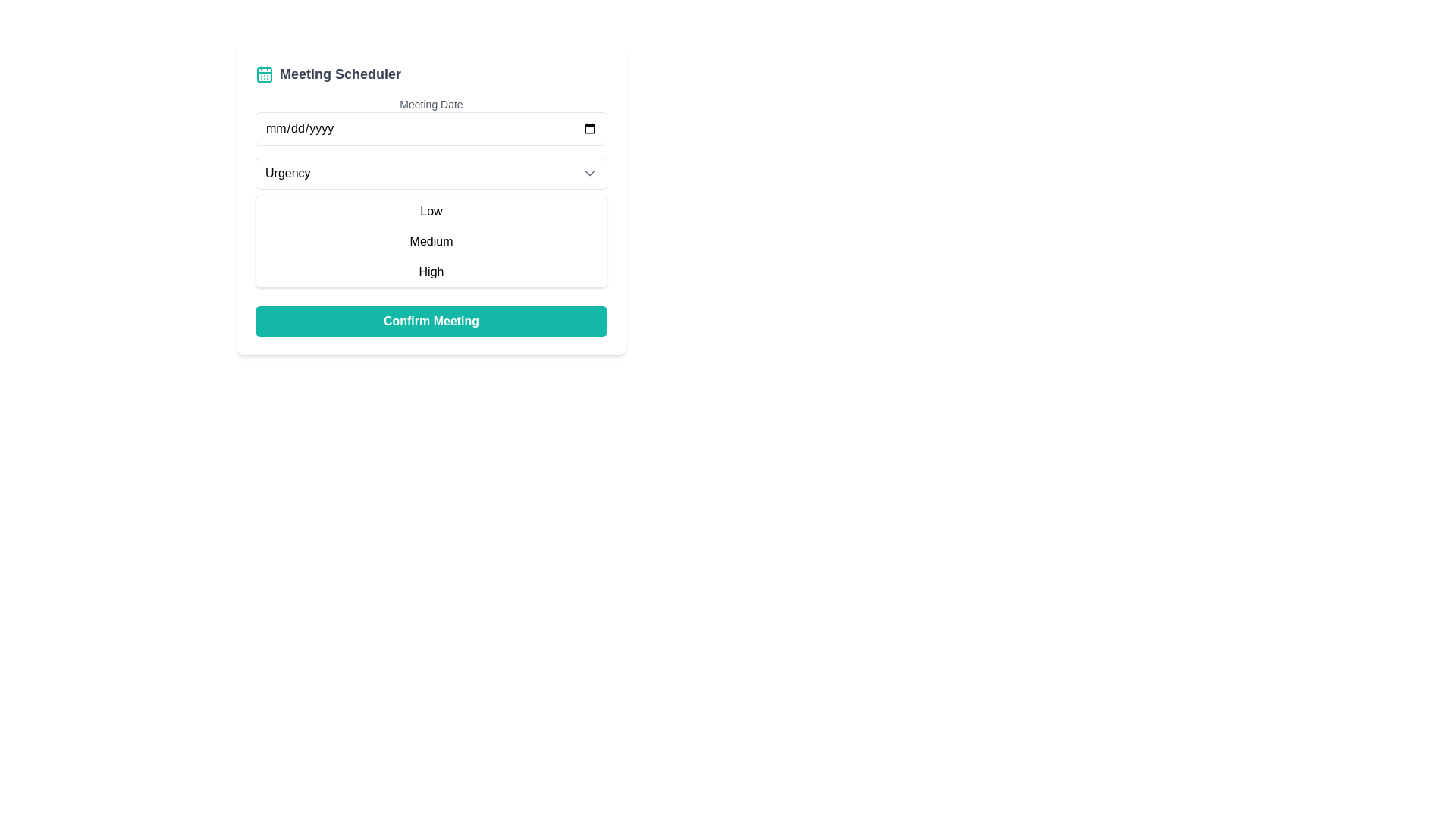  I want to click on the Label that describes the meeting date input field, which is located at the top of the form in the Meeting Scheduler interface, so click(431, 104).